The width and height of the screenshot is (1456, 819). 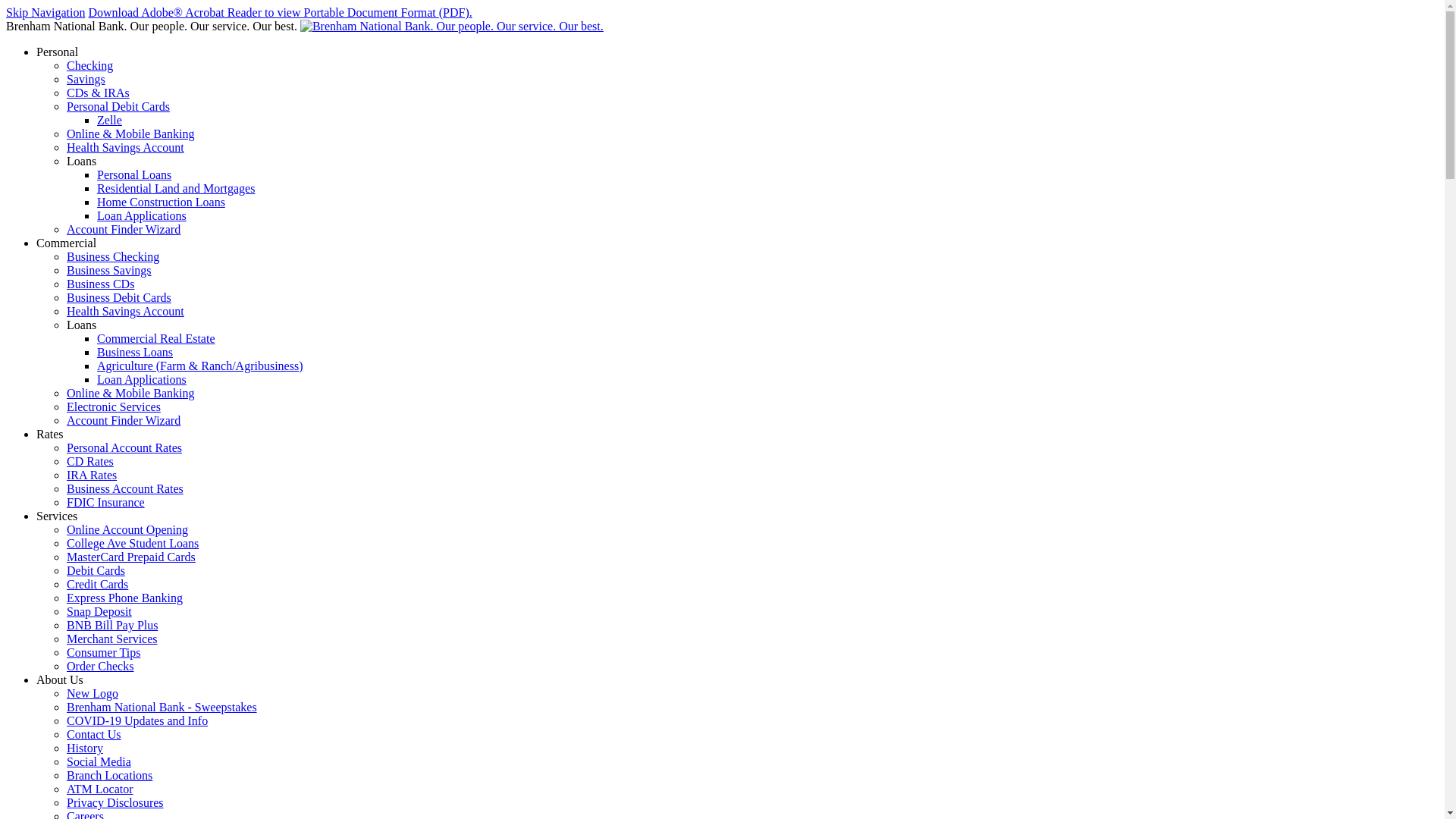 I want to click on 'MasterCard Prepaid Cards', so click(x=130, y=557).